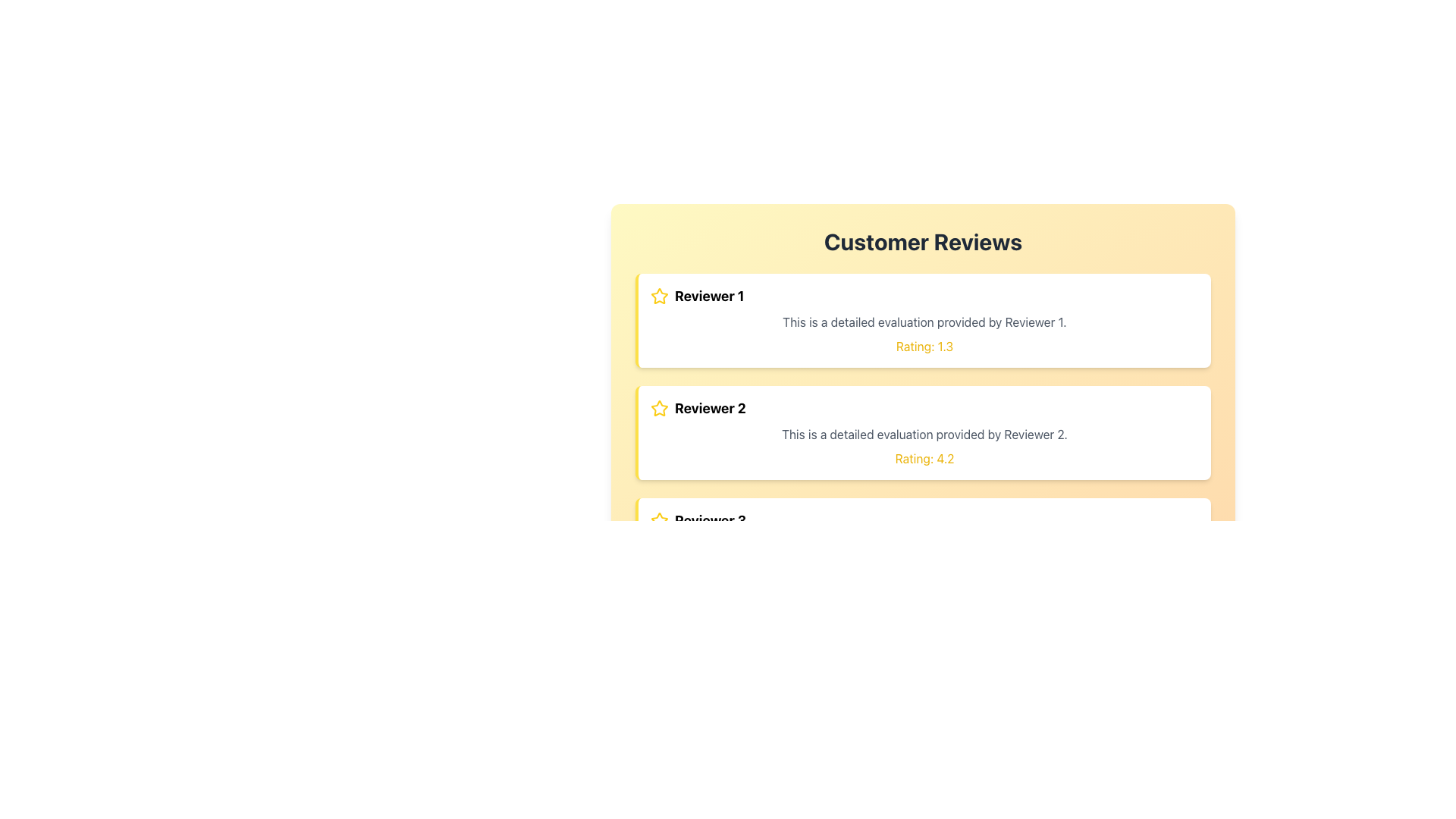 The image size is (1456, 819). Describe the element at coordinates (924, 321) in the screenshot. I see `the descriptive text label that provides feedback from Reviewer 1, which is located below the title 'Reviewer 1' and above the 'Rating: 1.3' text` at that location.